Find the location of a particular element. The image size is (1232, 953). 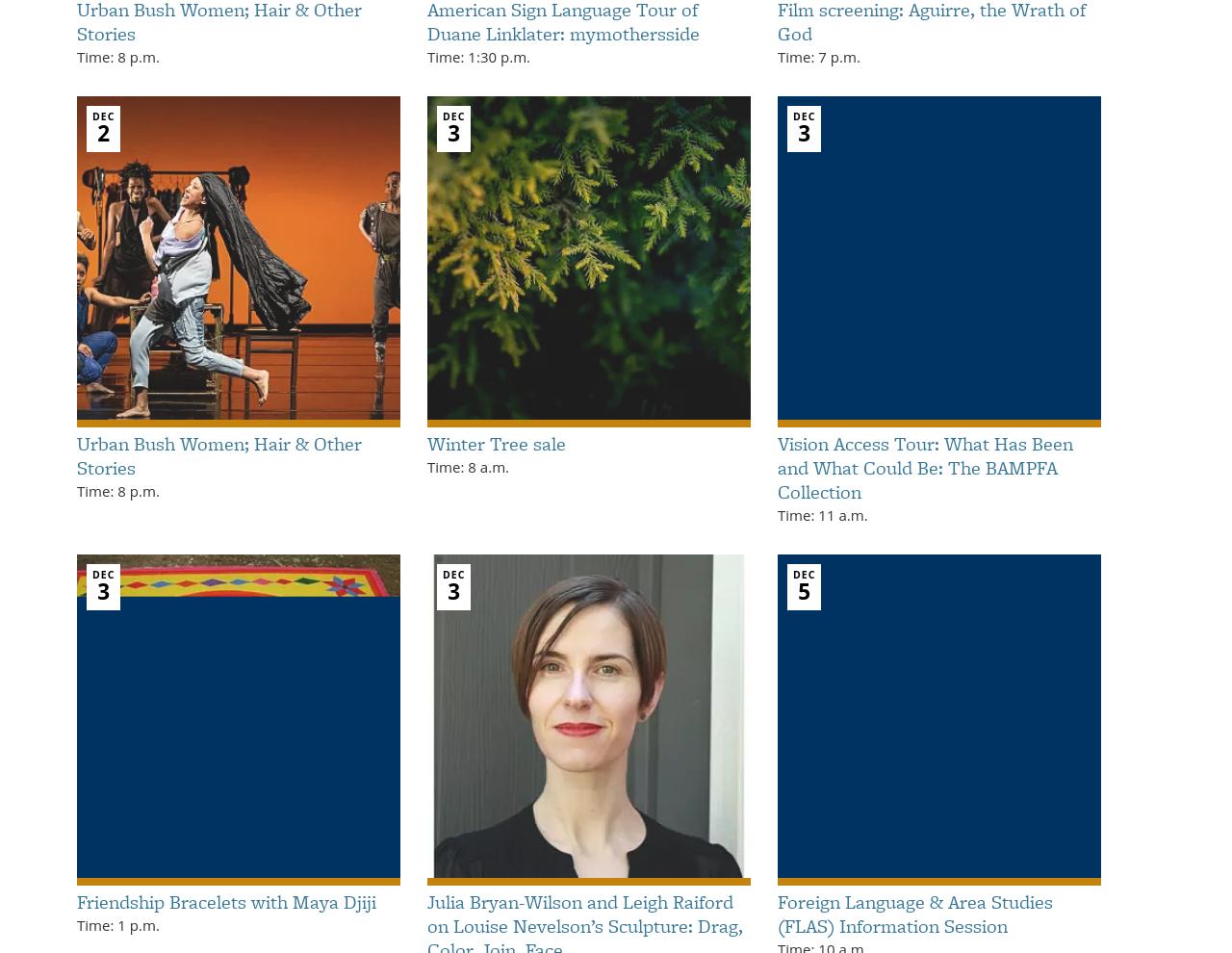

'Time: 7 p.m.' is located at coordinates (818, 56).